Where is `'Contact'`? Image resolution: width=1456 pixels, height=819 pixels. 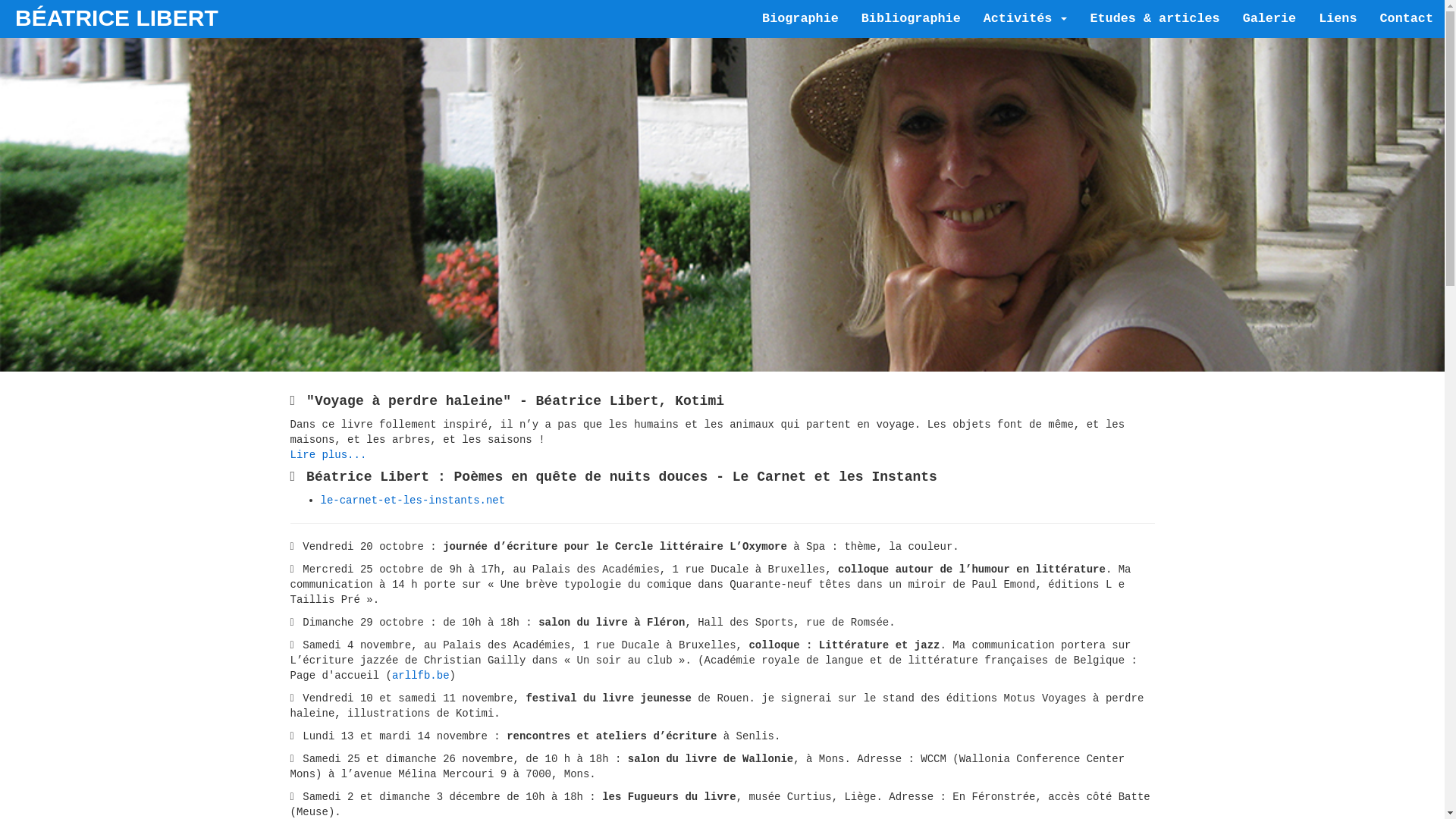 'Contact' is located at coordinates (1405, 18).